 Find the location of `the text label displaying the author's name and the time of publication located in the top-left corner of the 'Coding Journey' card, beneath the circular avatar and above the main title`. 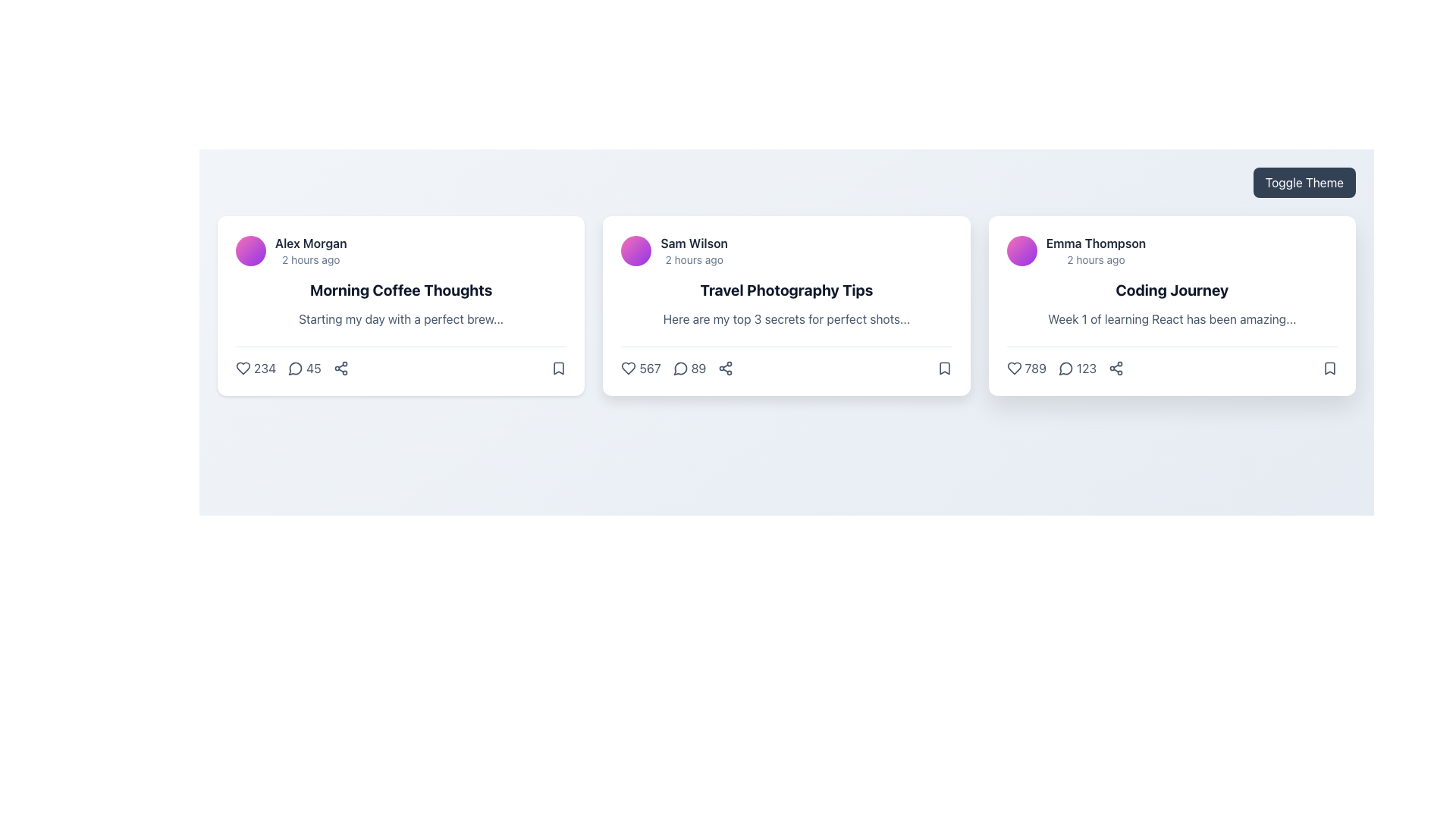

the text label displaying the author's name and the time of publication located in the top-left corner of the 'Coding Journey' card, beneath the circular avatar and above the main title is located at coordinates (1096, 250).